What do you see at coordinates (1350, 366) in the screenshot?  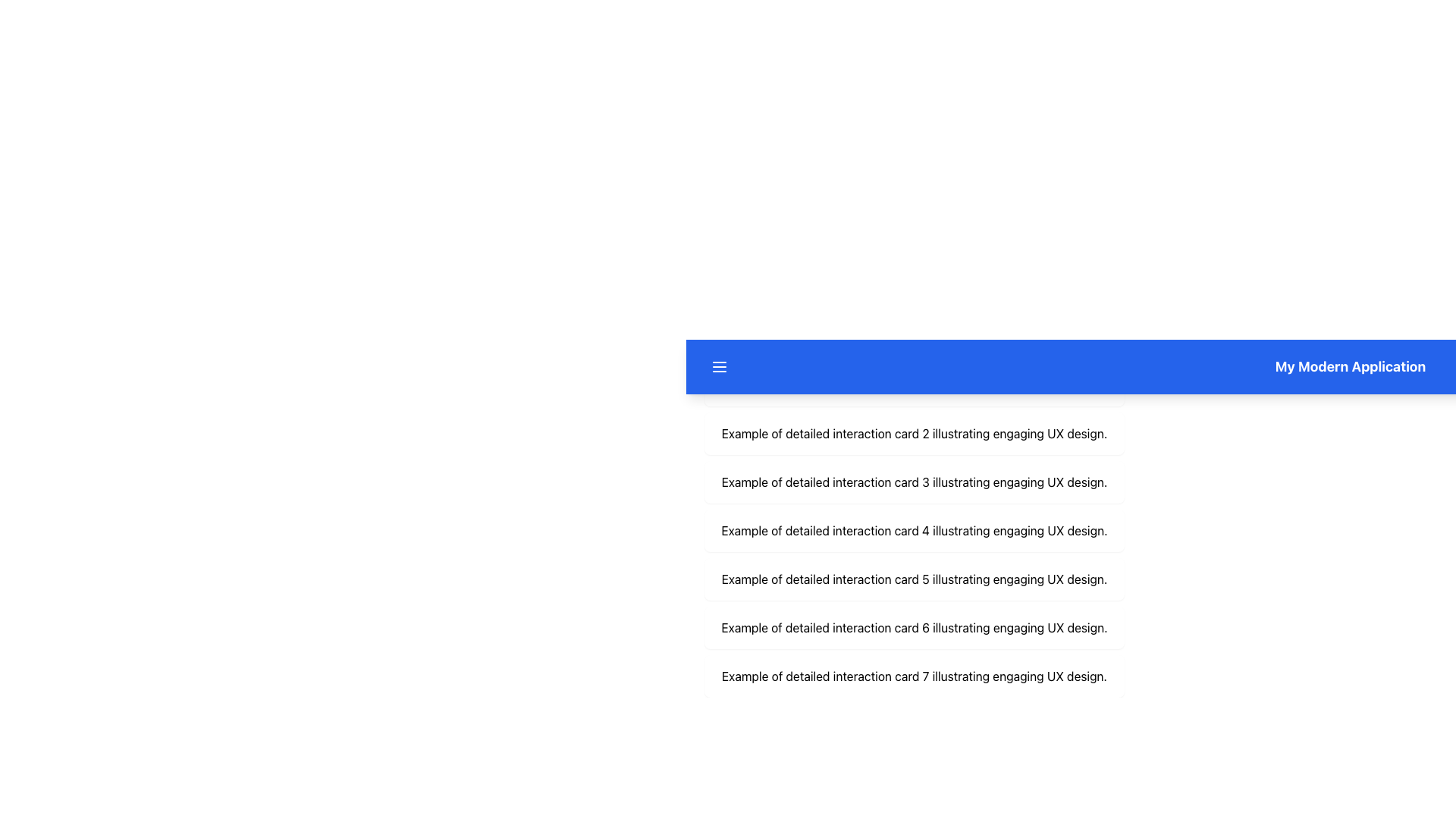 I see `the Text Label that displays 'My Modern Application', which is part of the navigation bar at the top right of the interface` at bounding box center [1350, 366].